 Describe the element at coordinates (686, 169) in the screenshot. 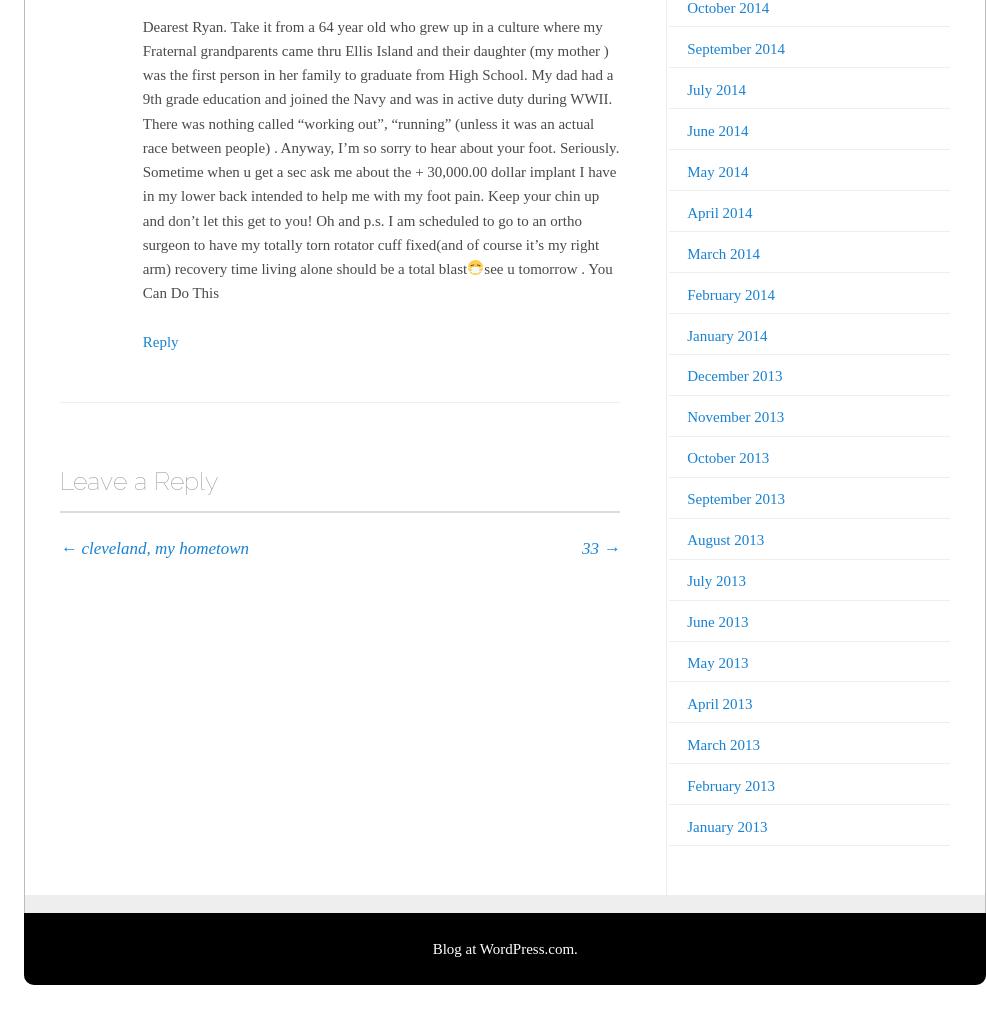

I see `'May 2014'` at that location.